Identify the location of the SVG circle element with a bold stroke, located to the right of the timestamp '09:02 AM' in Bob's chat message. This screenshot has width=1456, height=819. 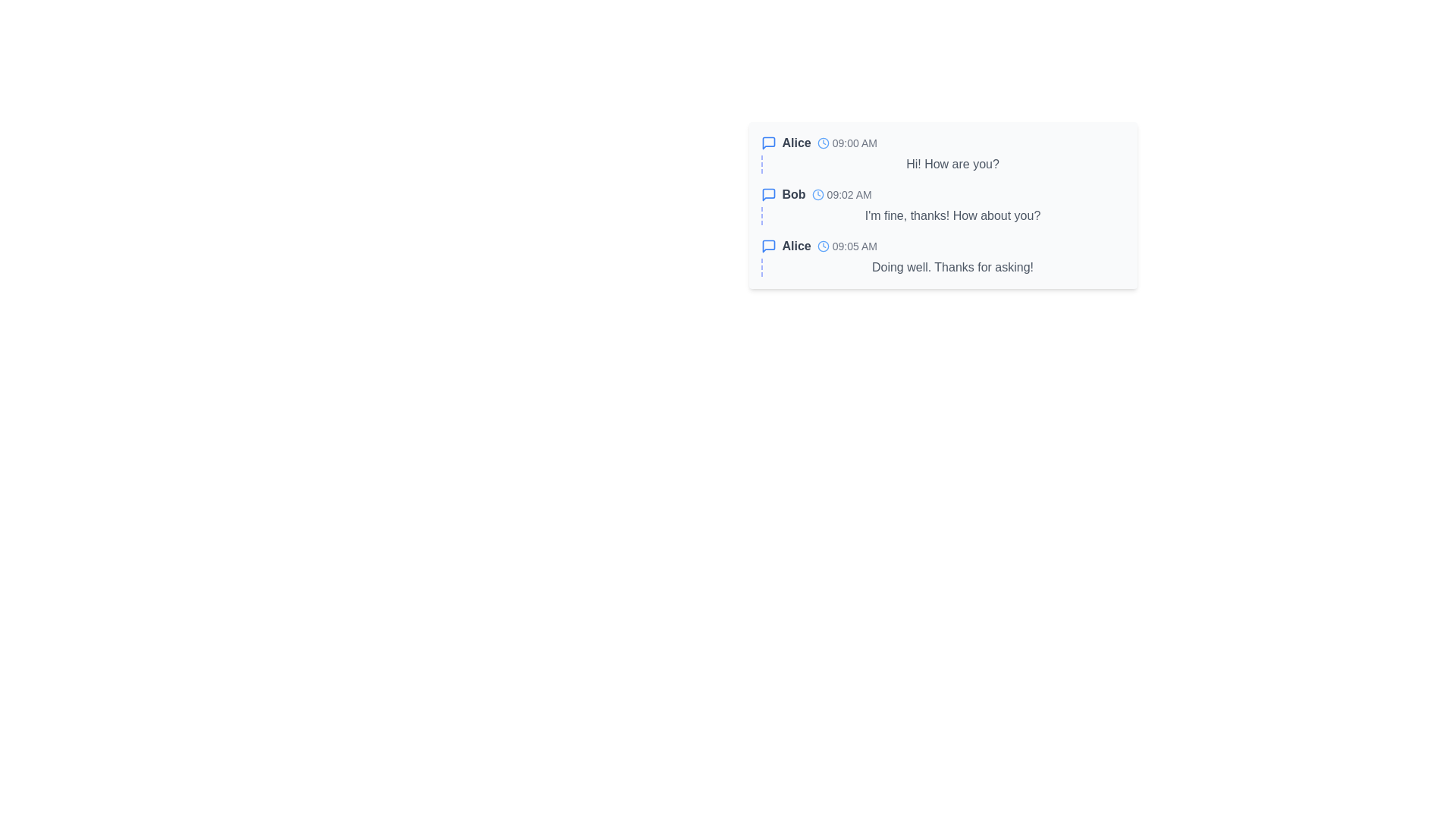
(817, 194).